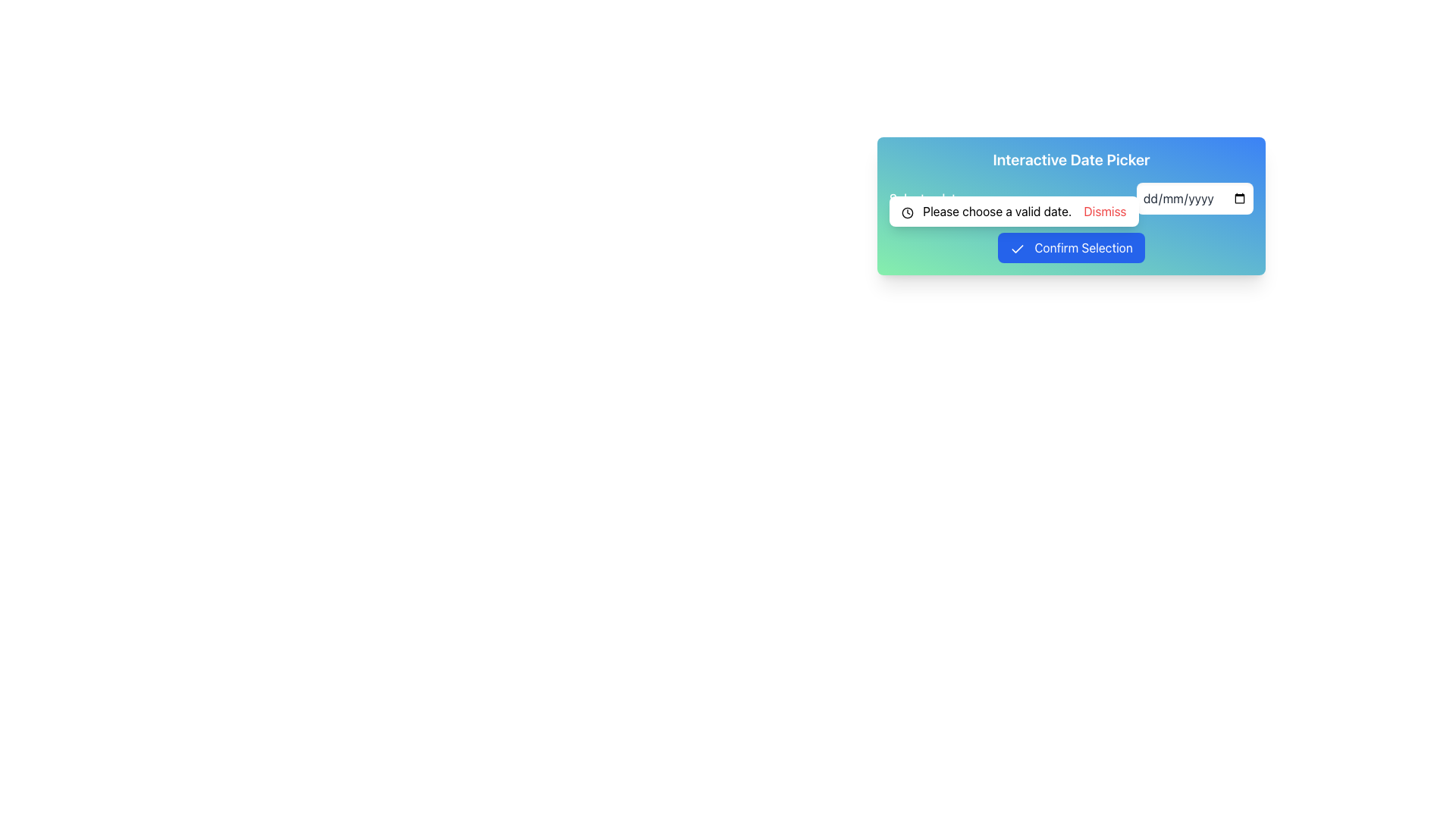 The image size is (1456, 819). What do you see at coordinates (1014, 211) in the screenshot?
I see `notification text displayed in the Notification bar located centrally below the date input field and above the 'Confirm Selection' button` at bounding box center [1014, 211].